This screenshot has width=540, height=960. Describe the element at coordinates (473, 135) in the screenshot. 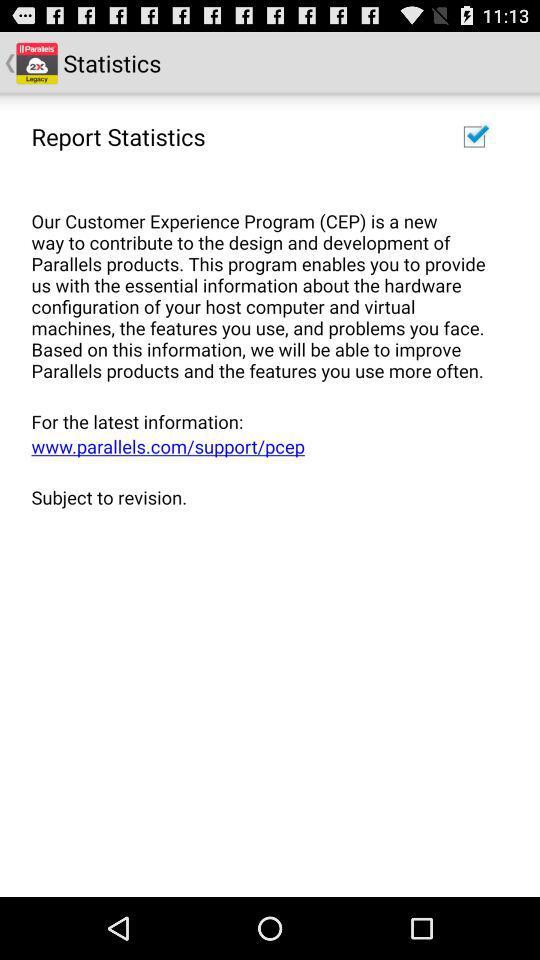

I see `app next to the report statistics` at that location.